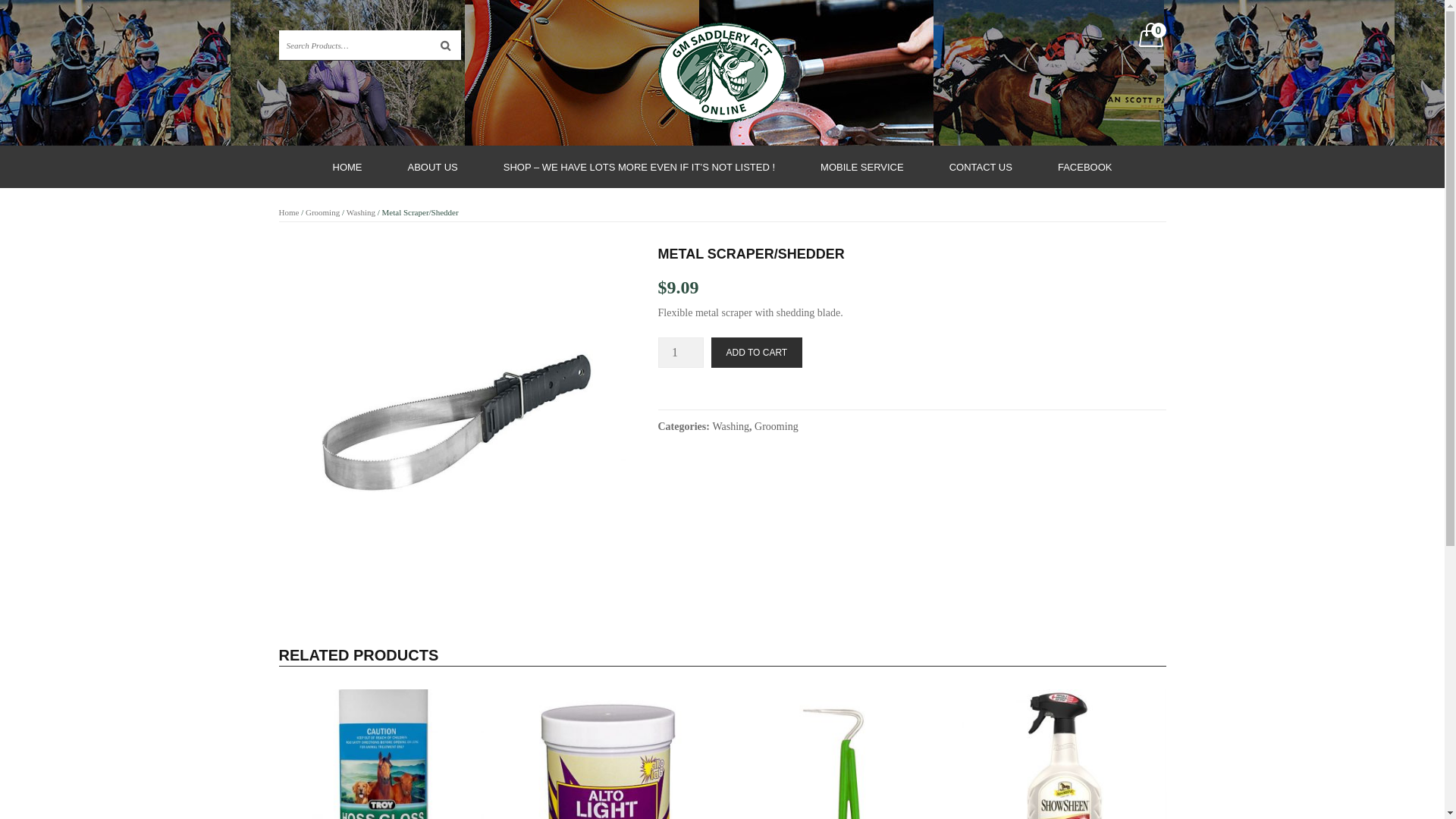 The image size is (1456, 819). Describe the element at coordinates (289, 212) in the screenshot. I see `'Home'` at that location.